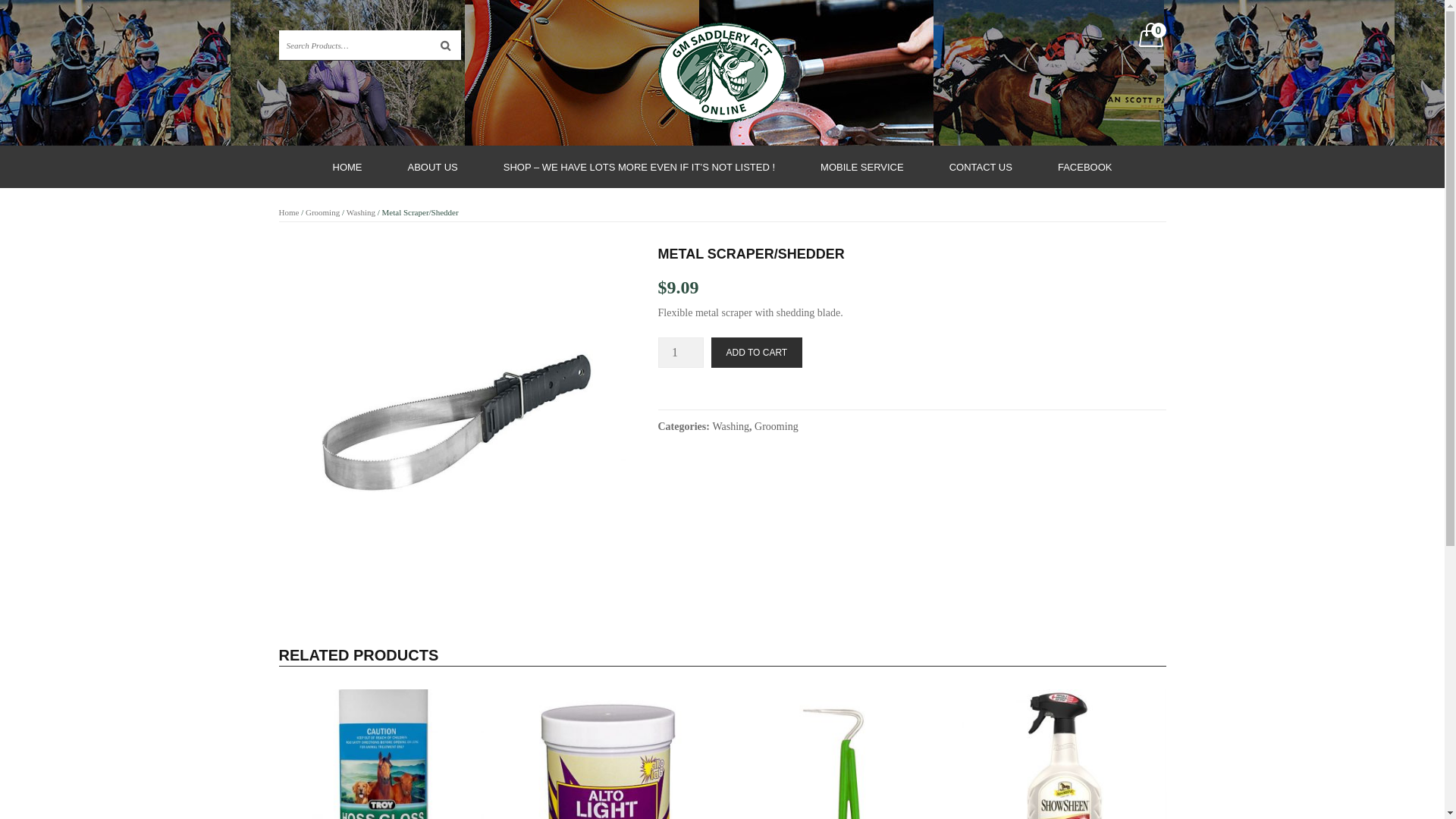 The image size is (1456, 819). Describe the element at coordinates (289, 212) in the screenshot. I see `'Home'` at that location.